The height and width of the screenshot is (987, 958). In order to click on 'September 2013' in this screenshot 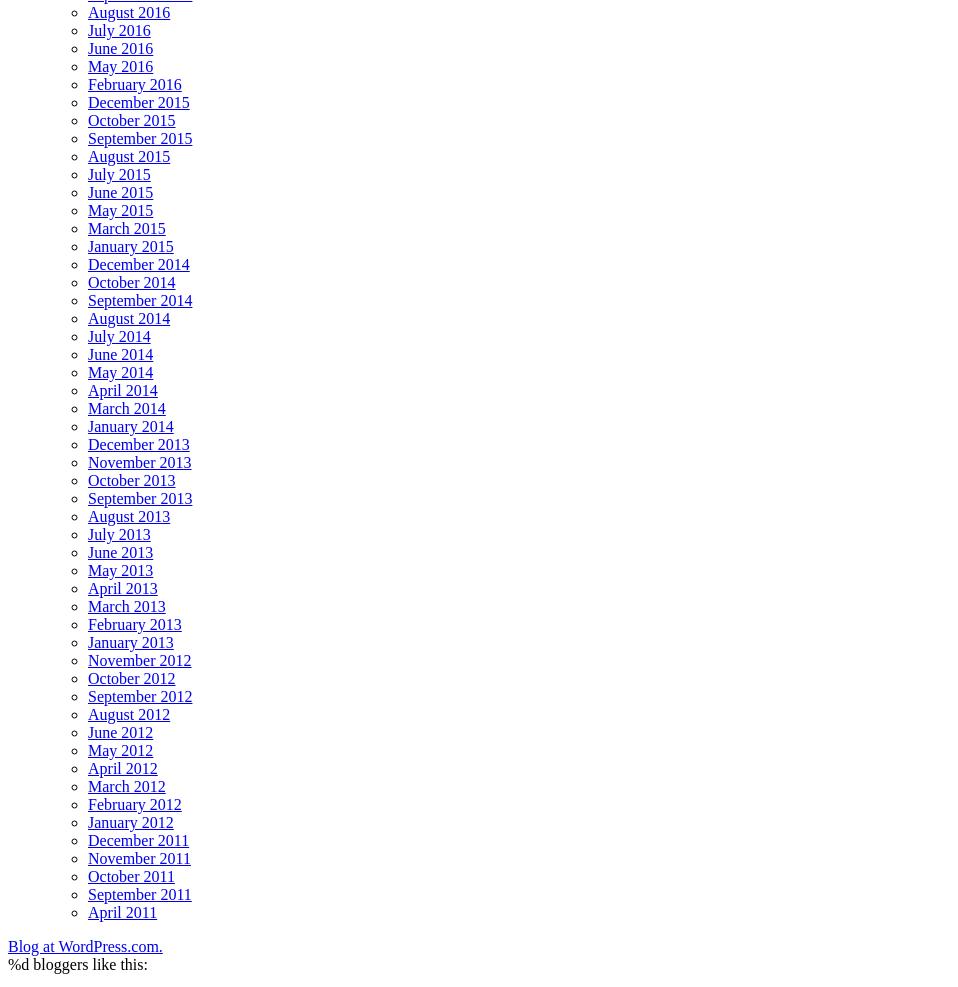, I will do `click(139, 498)`.